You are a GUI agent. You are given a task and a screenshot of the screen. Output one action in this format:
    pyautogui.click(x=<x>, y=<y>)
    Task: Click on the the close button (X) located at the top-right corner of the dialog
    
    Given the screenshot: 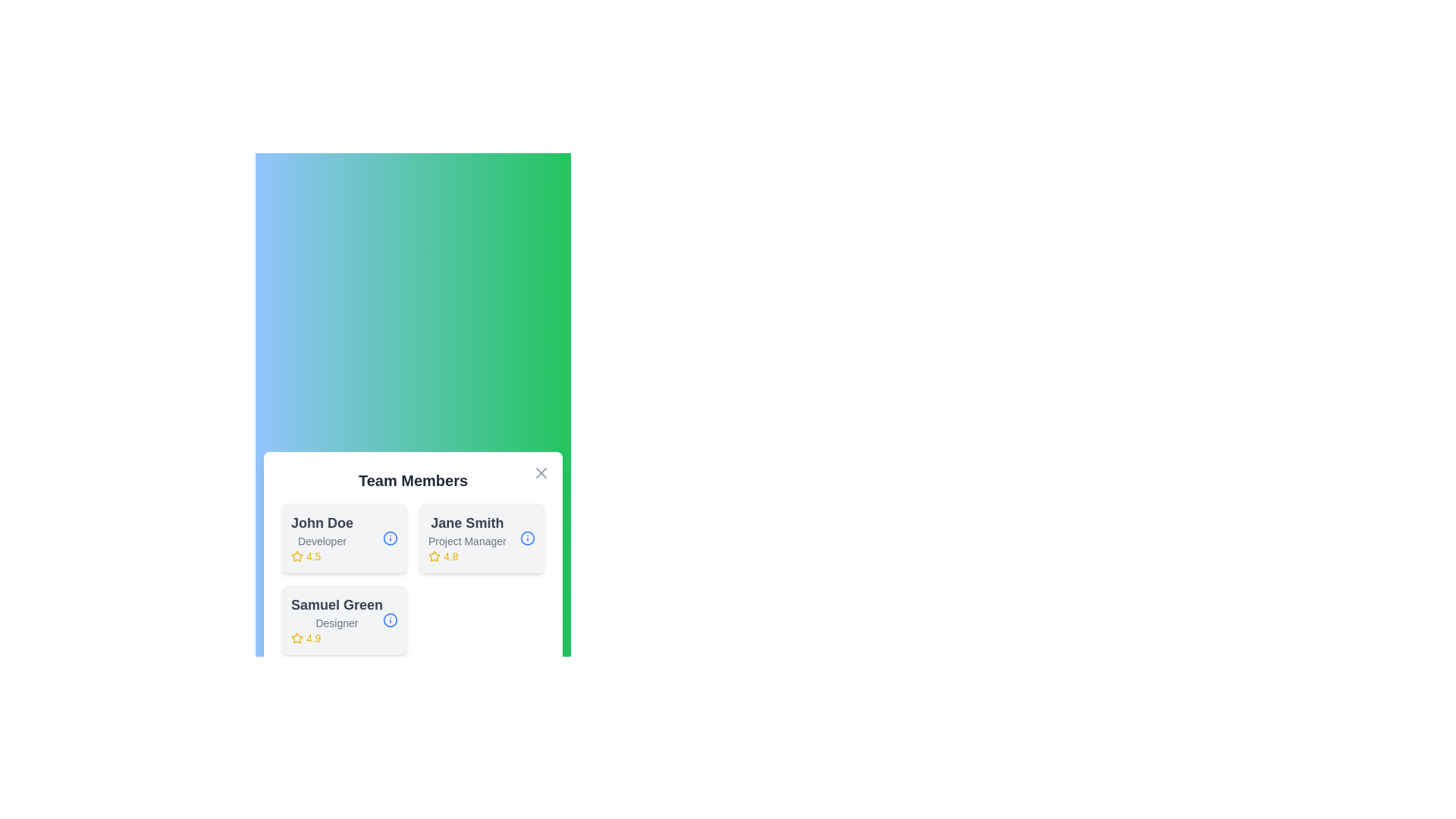 What is the action you would take?
    pyautogui.click(x=541, y=472)
    